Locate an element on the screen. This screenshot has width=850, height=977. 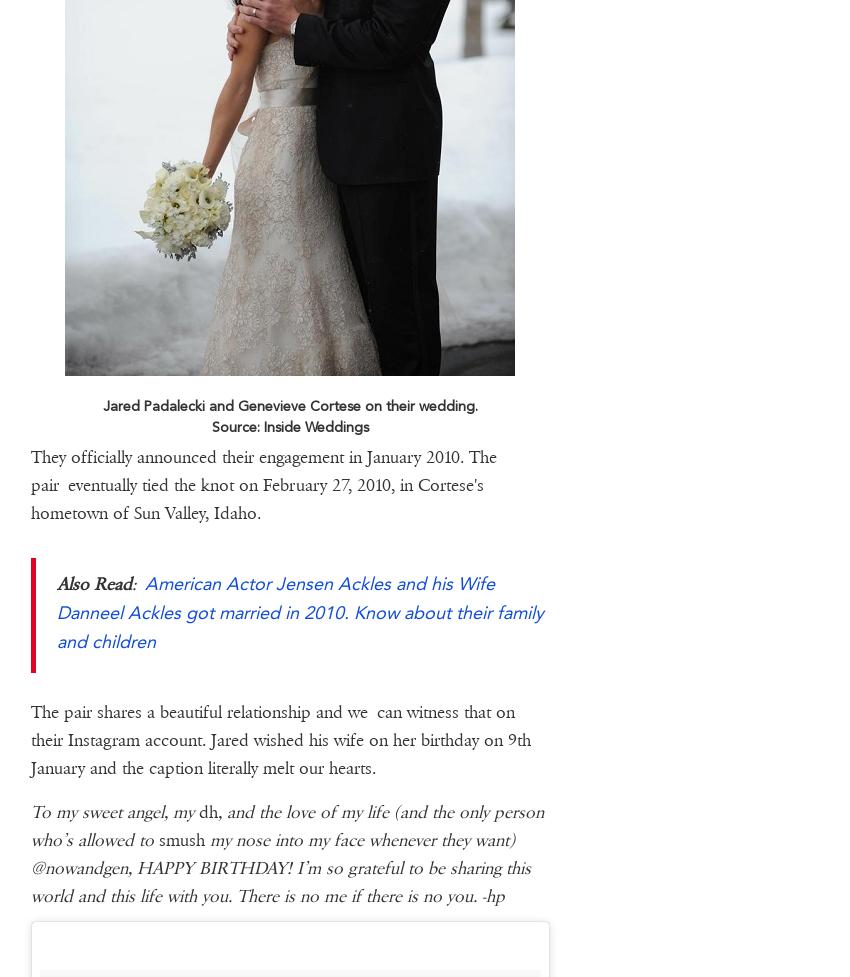
'Also Read' is located at coordinates (92, 582).